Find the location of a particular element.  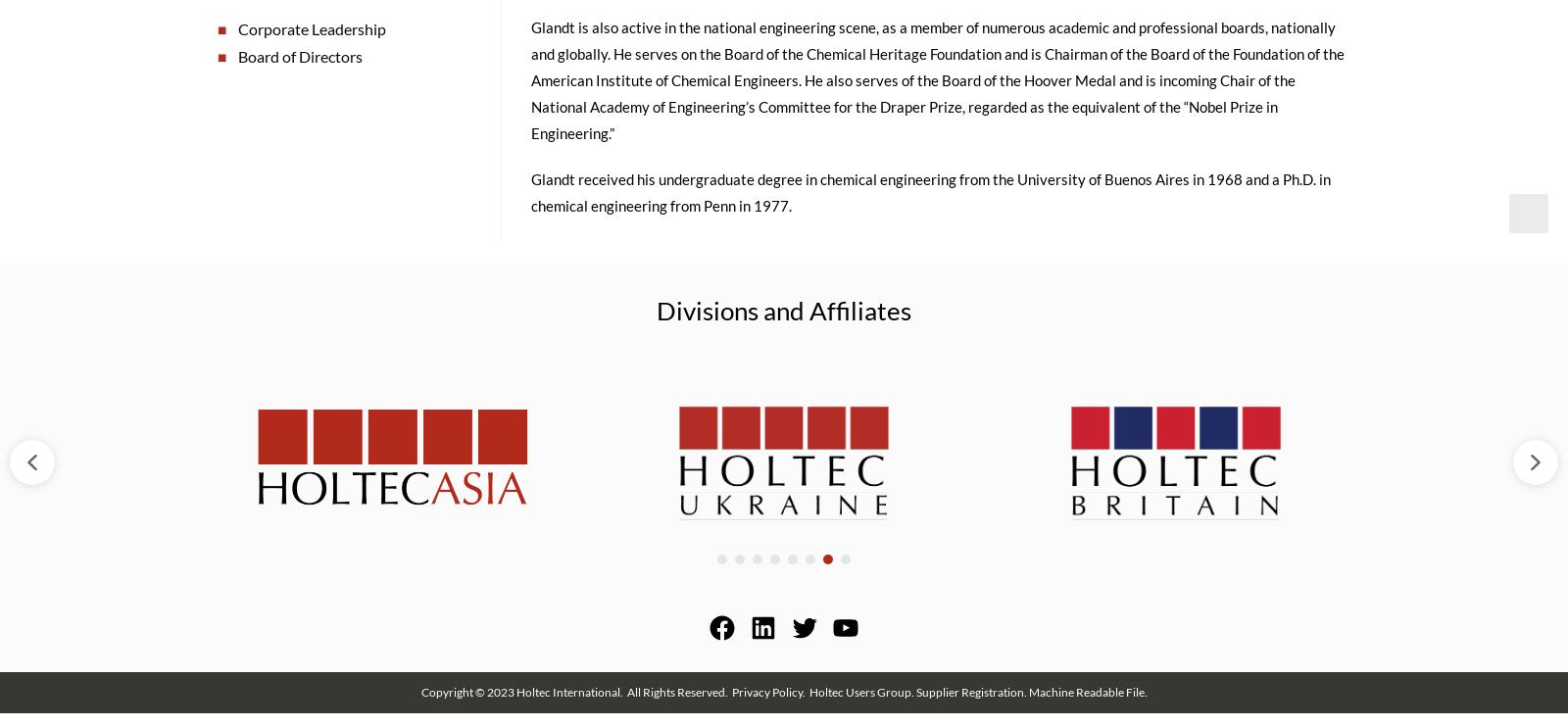

'Glandt received his undergraduate degree in chemical engineering from the University of Buenos Aires in 1968 and a Ph.D. in chemical engineering from Penn in 1977.' is located at coordinates (529, 198).